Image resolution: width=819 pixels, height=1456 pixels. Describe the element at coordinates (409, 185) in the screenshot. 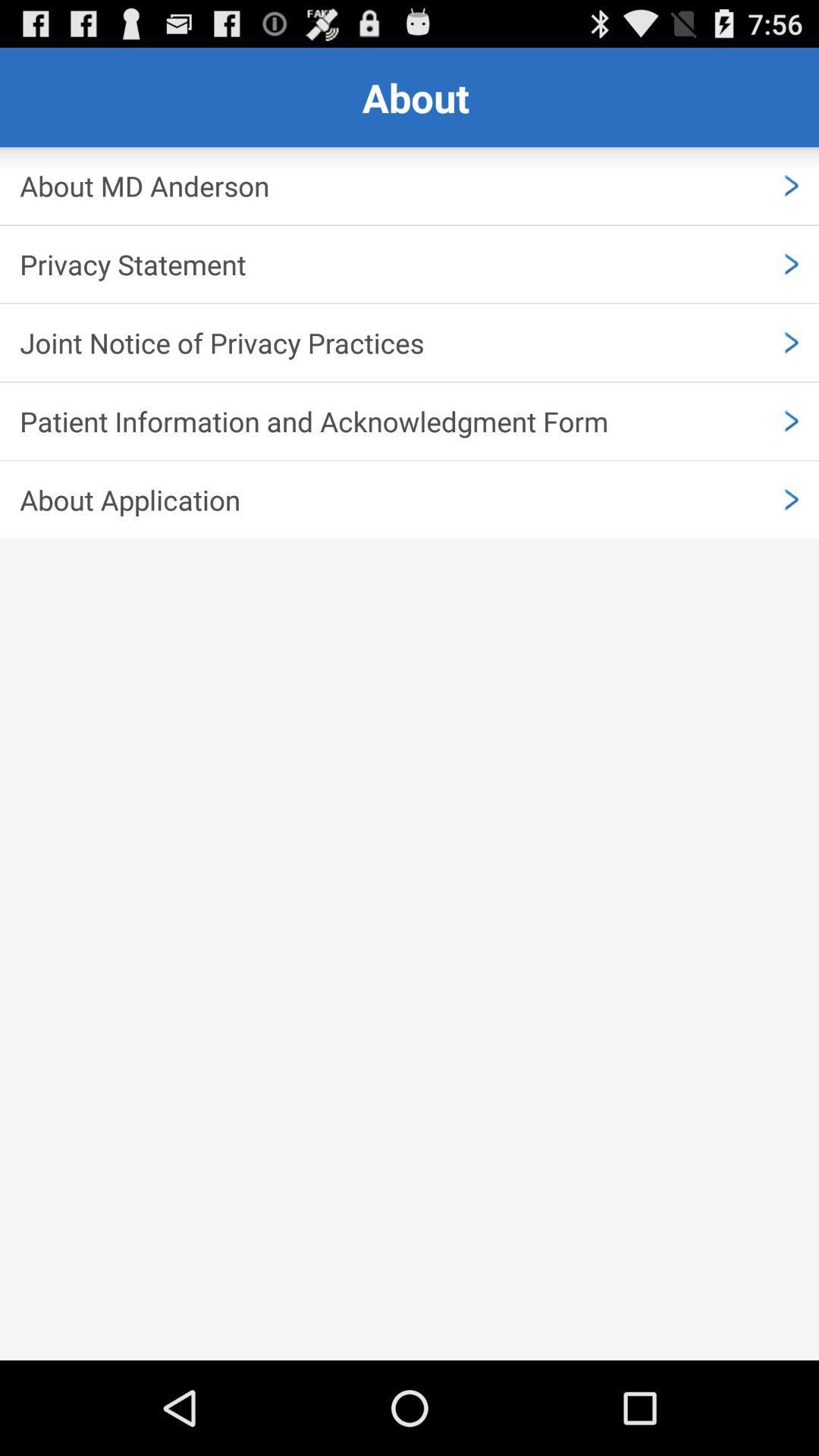

I see `about md anderson item` at that location.